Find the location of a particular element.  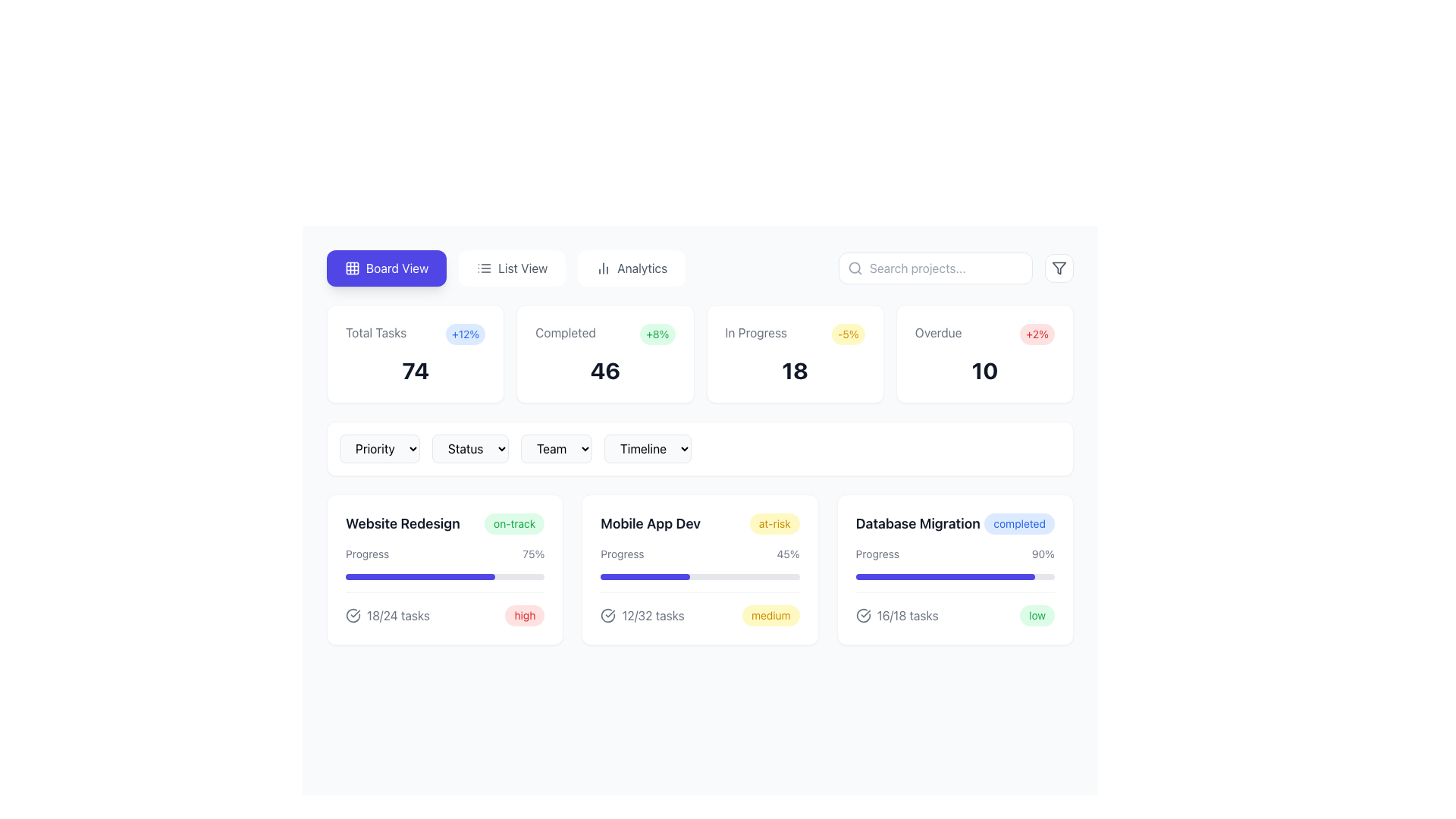

information displayed in the text element that shows '18/24 tasks', which is located beneath the 'Website Redesign' section, aligned with the progress bar, and adjacent to a checkmark icon and a status indicator is located at coordinates (398, 616).